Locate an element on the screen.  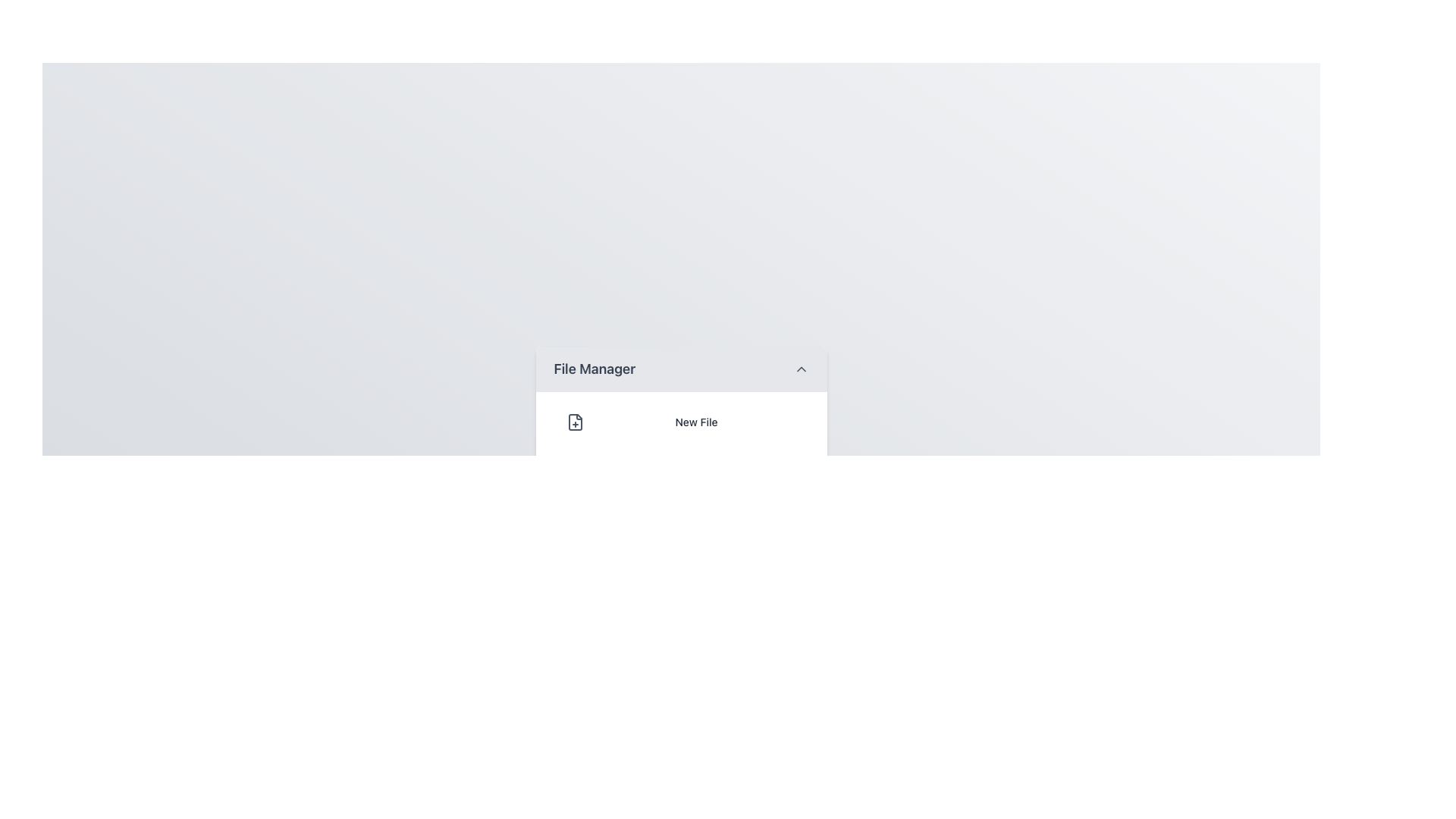
the rectangular document-like icon located to the left of the 'New File' label under the 'File Manager' header in the submenu is located at coordinates (574, 422).